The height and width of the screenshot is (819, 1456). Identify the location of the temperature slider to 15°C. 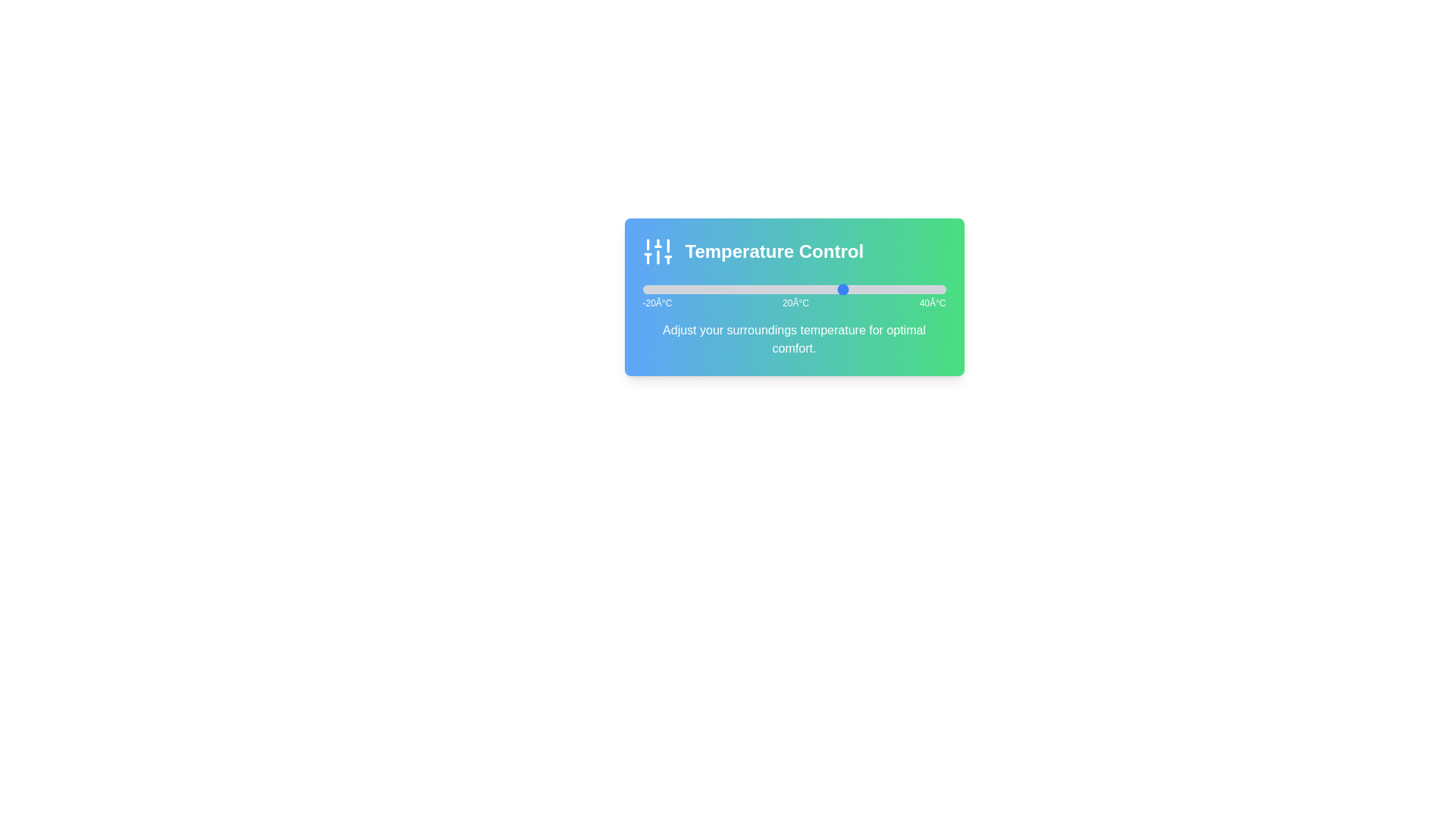
(818, 289).